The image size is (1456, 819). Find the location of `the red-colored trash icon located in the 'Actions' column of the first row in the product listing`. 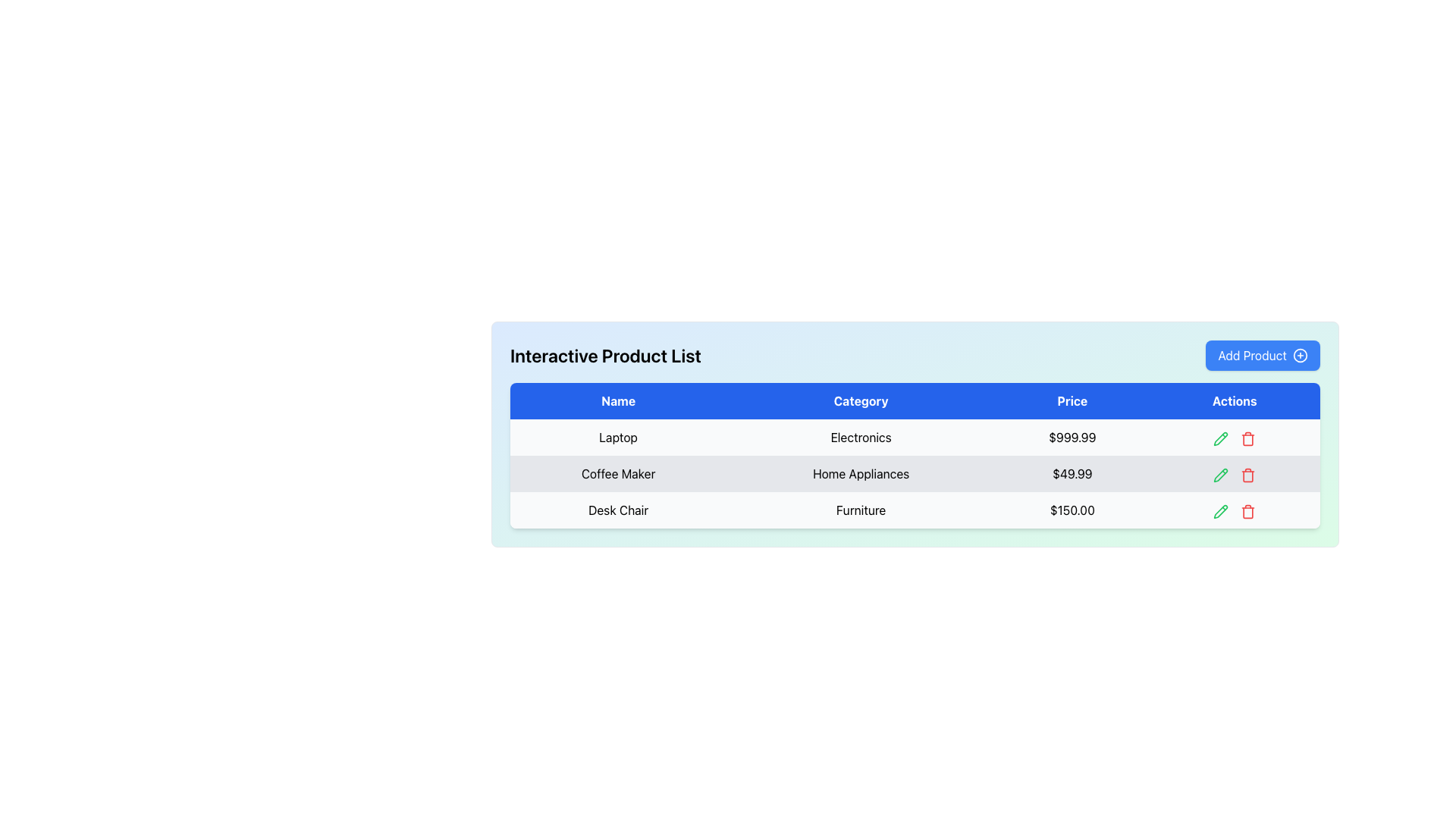

the red-colored trash icon located in the 'Actions' column of the first row in the product listing is located at coordinates (1248, 438).